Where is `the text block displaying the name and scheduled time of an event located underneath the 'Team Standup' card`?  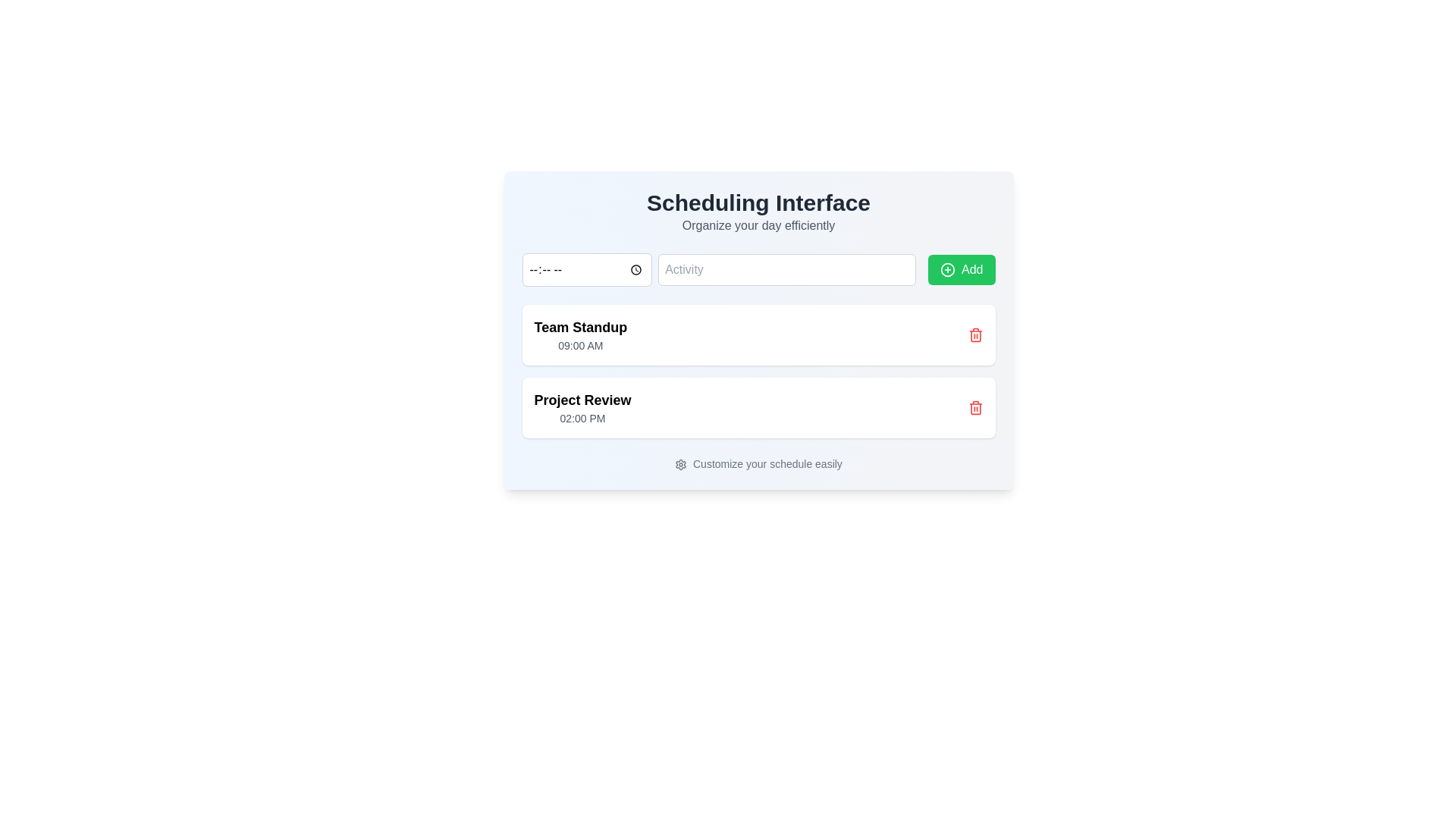
the text block displaying the name and scheduled time of an event located underneath the 'Team Standup' card is located at coordinates (582, 406).